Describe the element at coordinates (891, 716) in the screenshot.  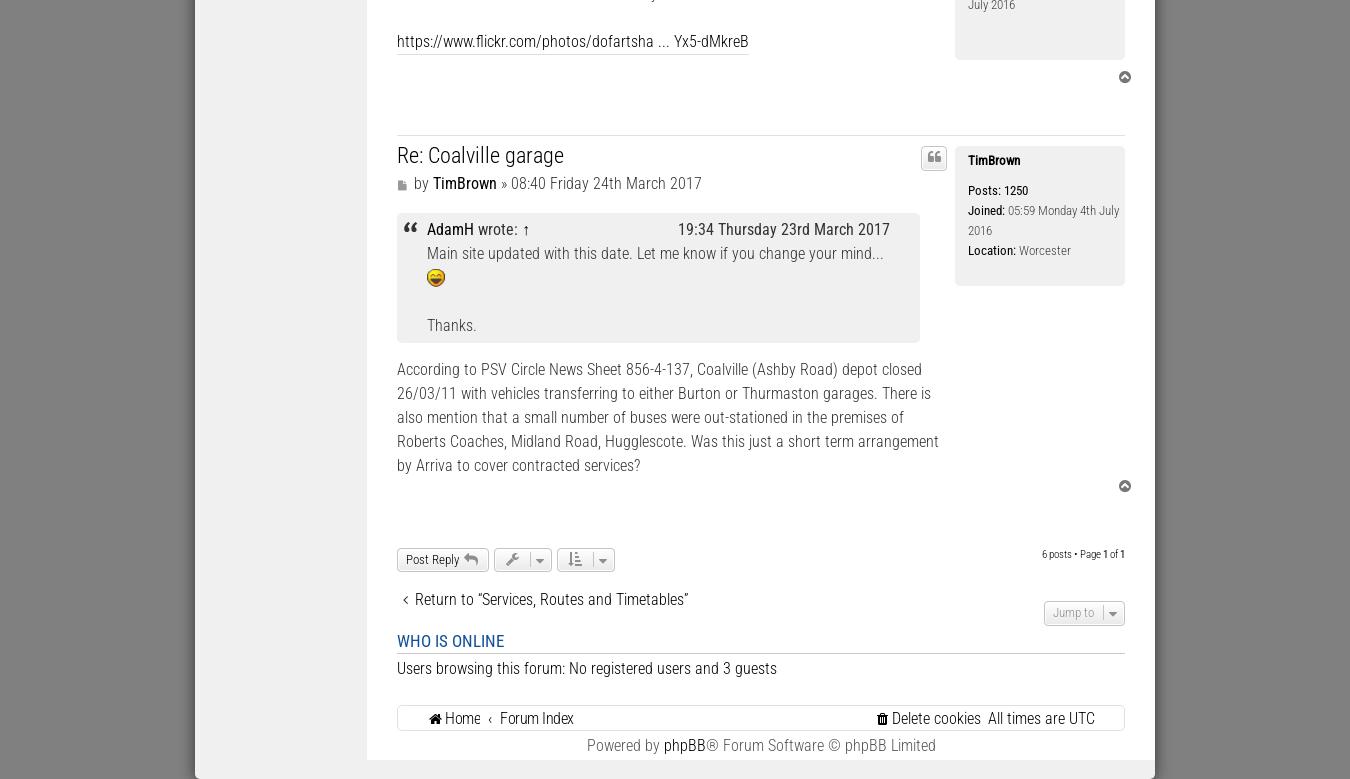
I see `'Delete cookies'` at that location.